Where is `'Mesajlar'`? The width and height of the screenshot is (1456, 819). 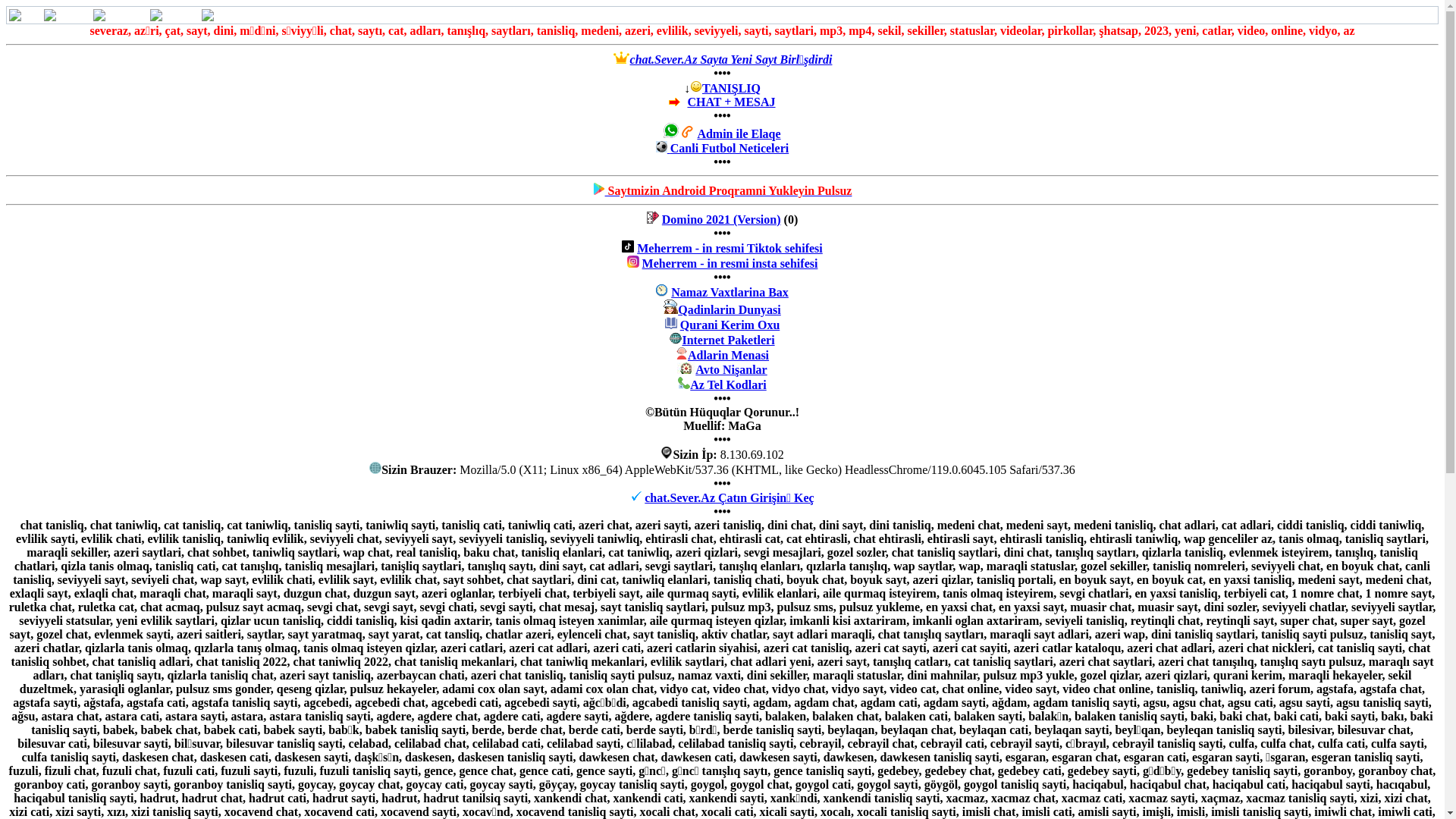 'Mesajlar' is located at coordinates (43, 14).